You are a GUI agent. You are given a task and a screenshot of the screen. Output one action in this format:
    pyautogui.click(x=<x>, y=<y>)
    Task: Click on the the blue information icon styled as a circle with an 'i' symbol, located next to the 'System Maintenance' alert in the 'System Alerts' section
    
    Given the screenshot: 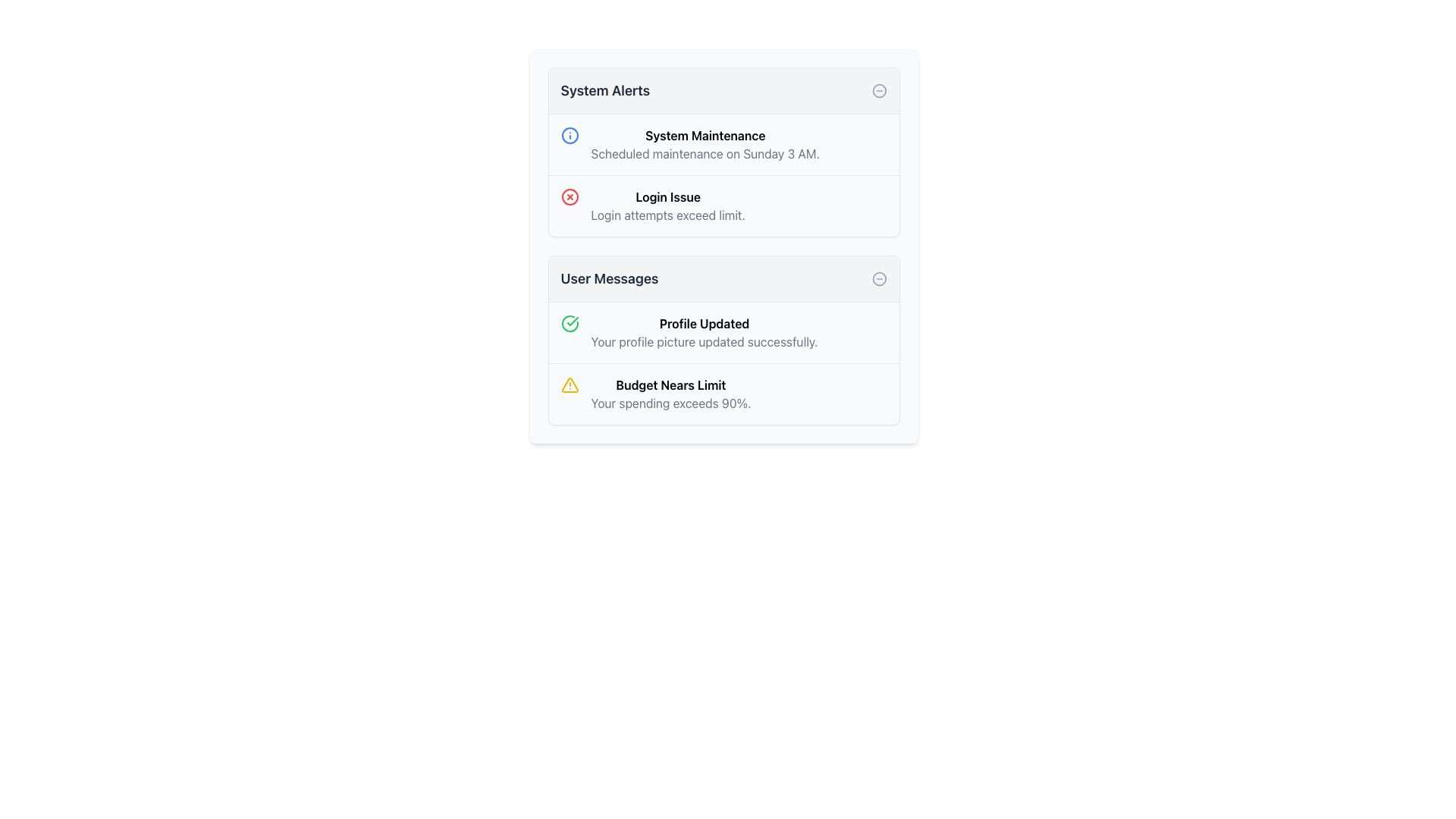 What is the action you would take?
    pyautogui.click(x=569, y=134)
    